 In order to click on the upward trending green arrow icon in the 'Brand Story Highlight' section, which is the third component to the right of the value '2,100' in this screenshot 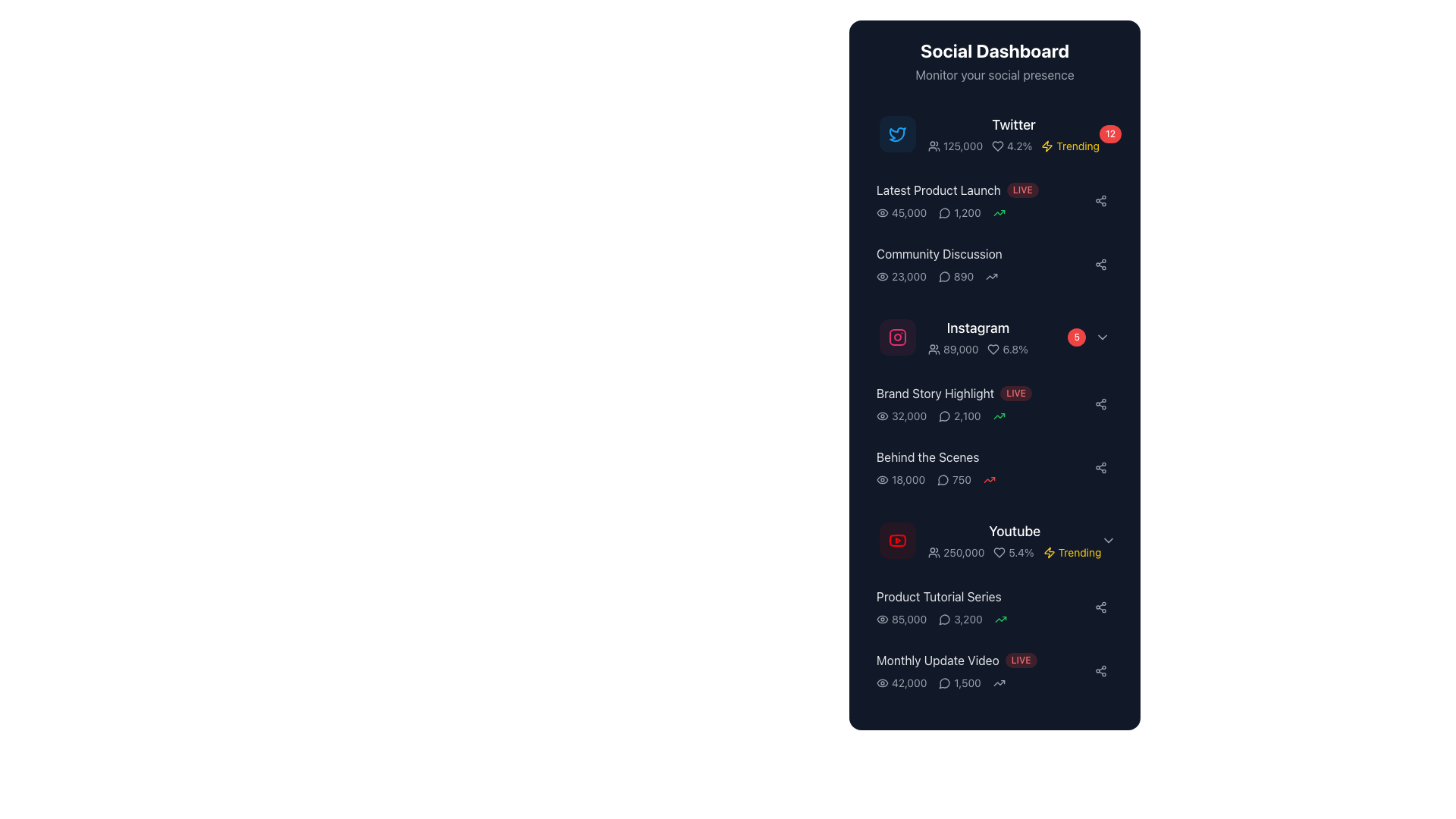, I will do `click(999, 416)`.